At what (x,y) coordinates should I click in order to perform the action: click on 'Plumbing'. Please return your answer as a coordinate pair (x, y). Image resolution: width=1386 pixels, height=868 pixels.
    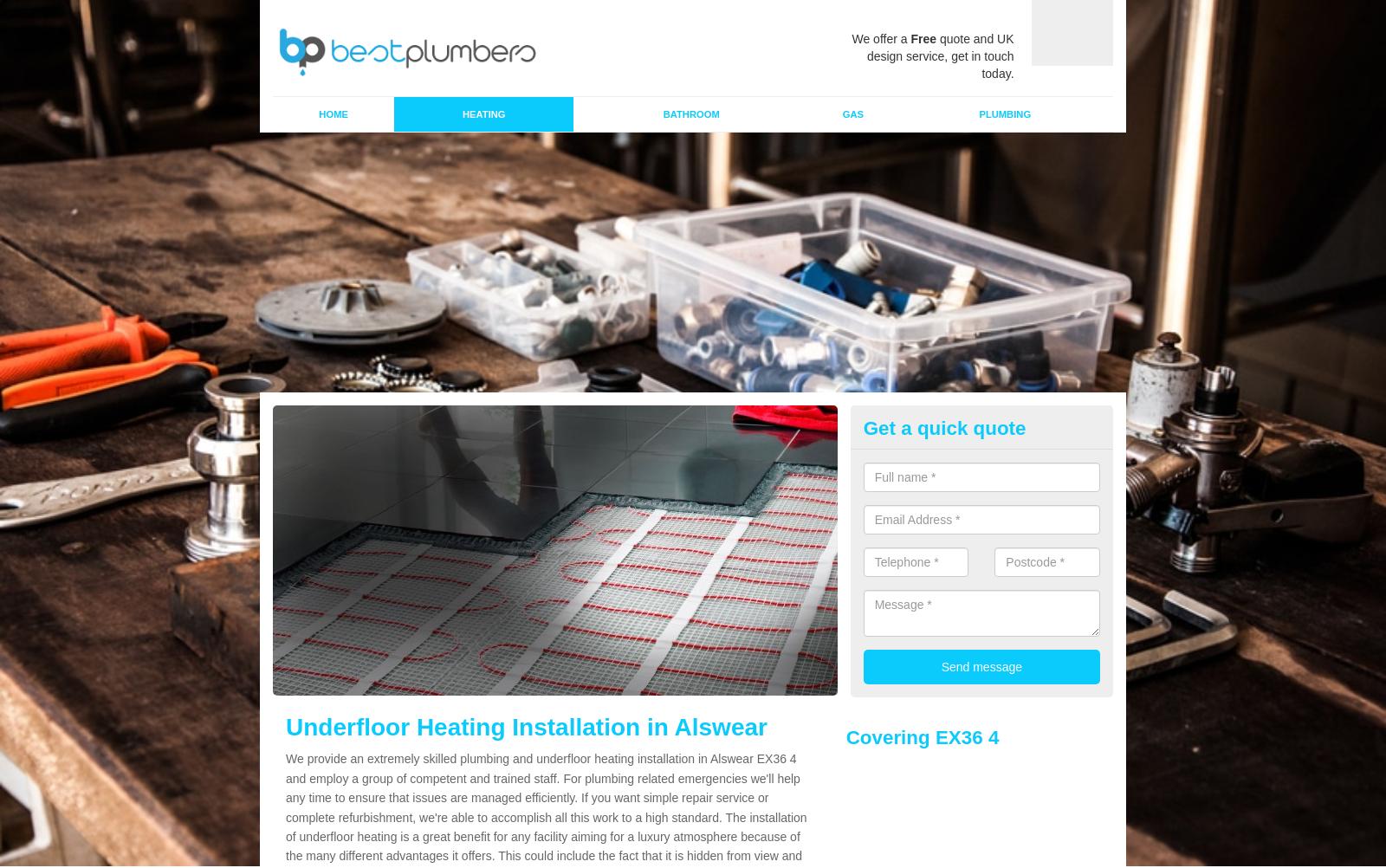
    Looking at the image, I should click on (1005, 113).